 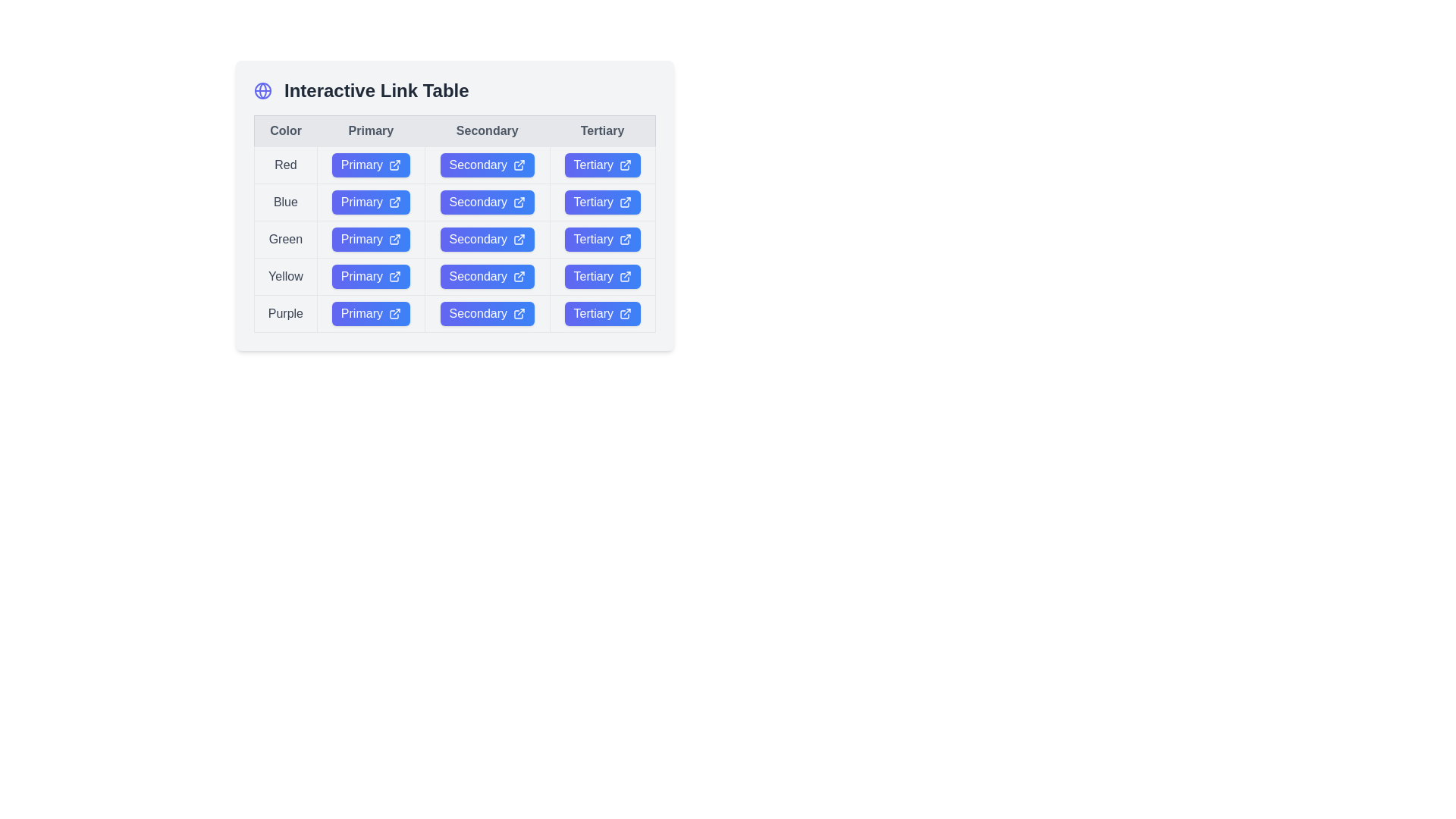 I want to click on the interactive link in the 'Secondary' column of the 'Yellow' row, so click(x=454, y=277).